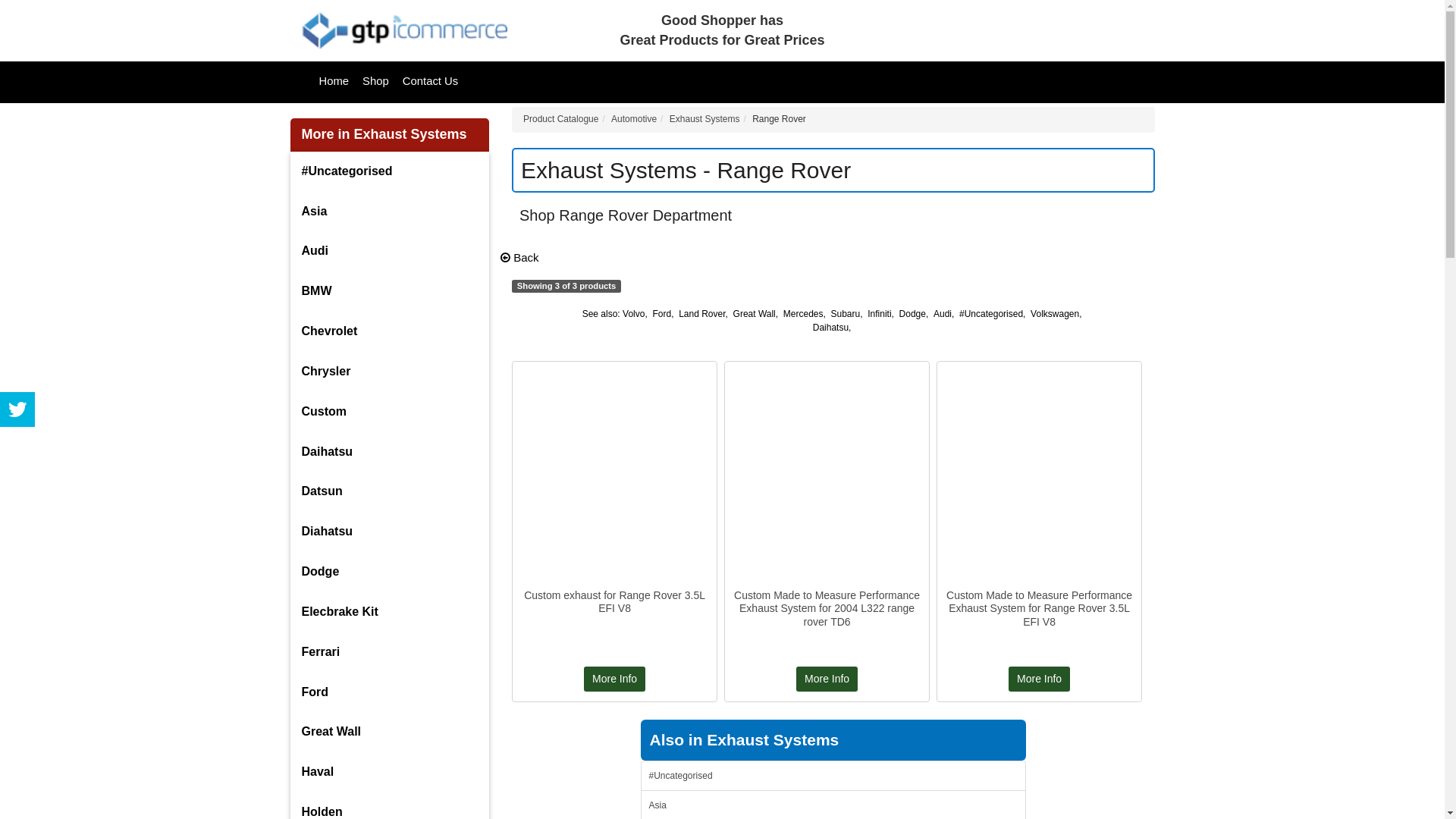 Image resolution: width=1456 pixels, height=819 pixels. Describe the element at coordinates (290, 372) in the screenshot. I see `'Chrysler'` at that location.